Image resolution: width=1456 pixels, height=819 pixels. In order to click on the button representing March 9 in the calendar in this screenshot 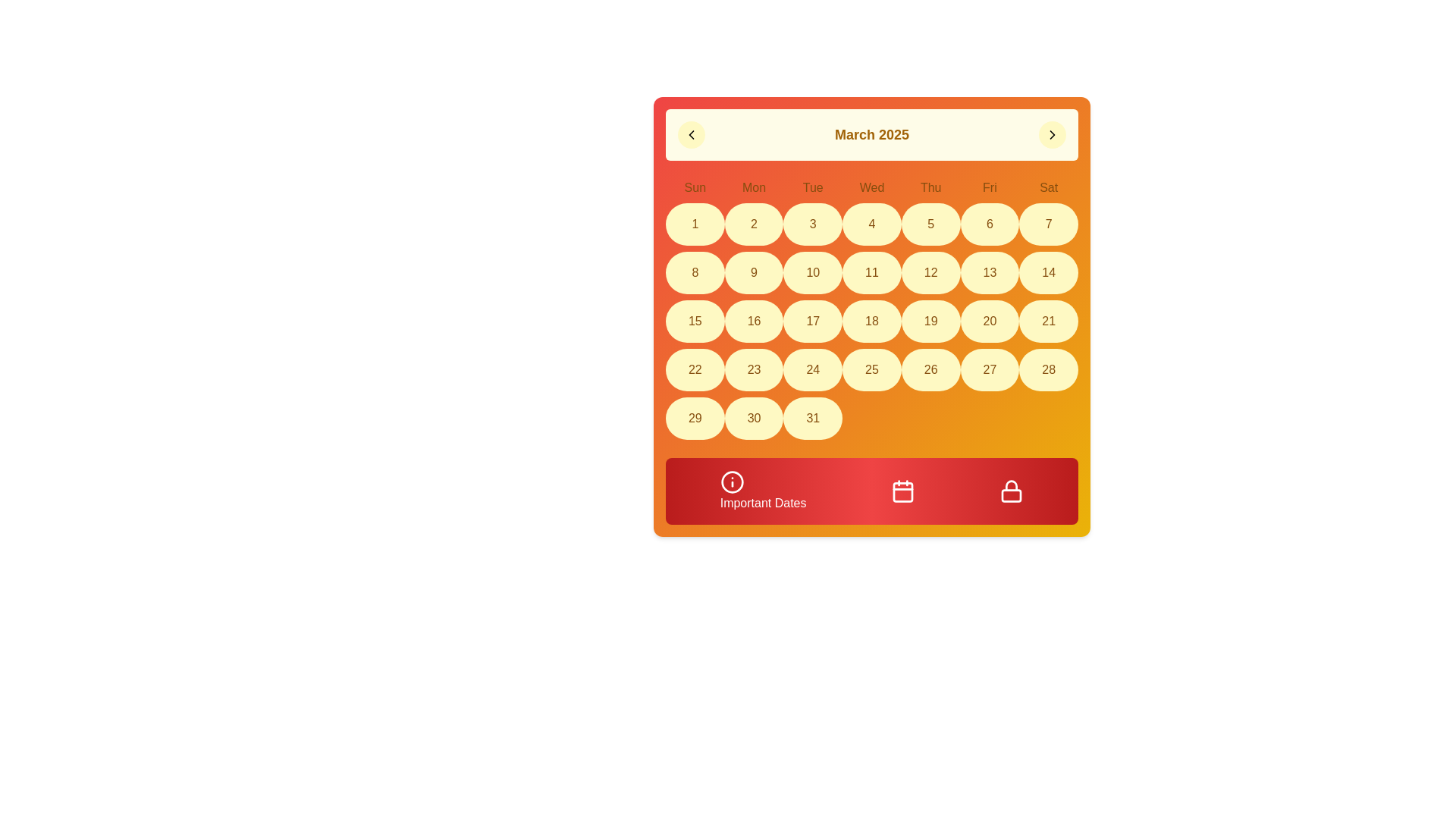, I will do `click(754, 271)`.